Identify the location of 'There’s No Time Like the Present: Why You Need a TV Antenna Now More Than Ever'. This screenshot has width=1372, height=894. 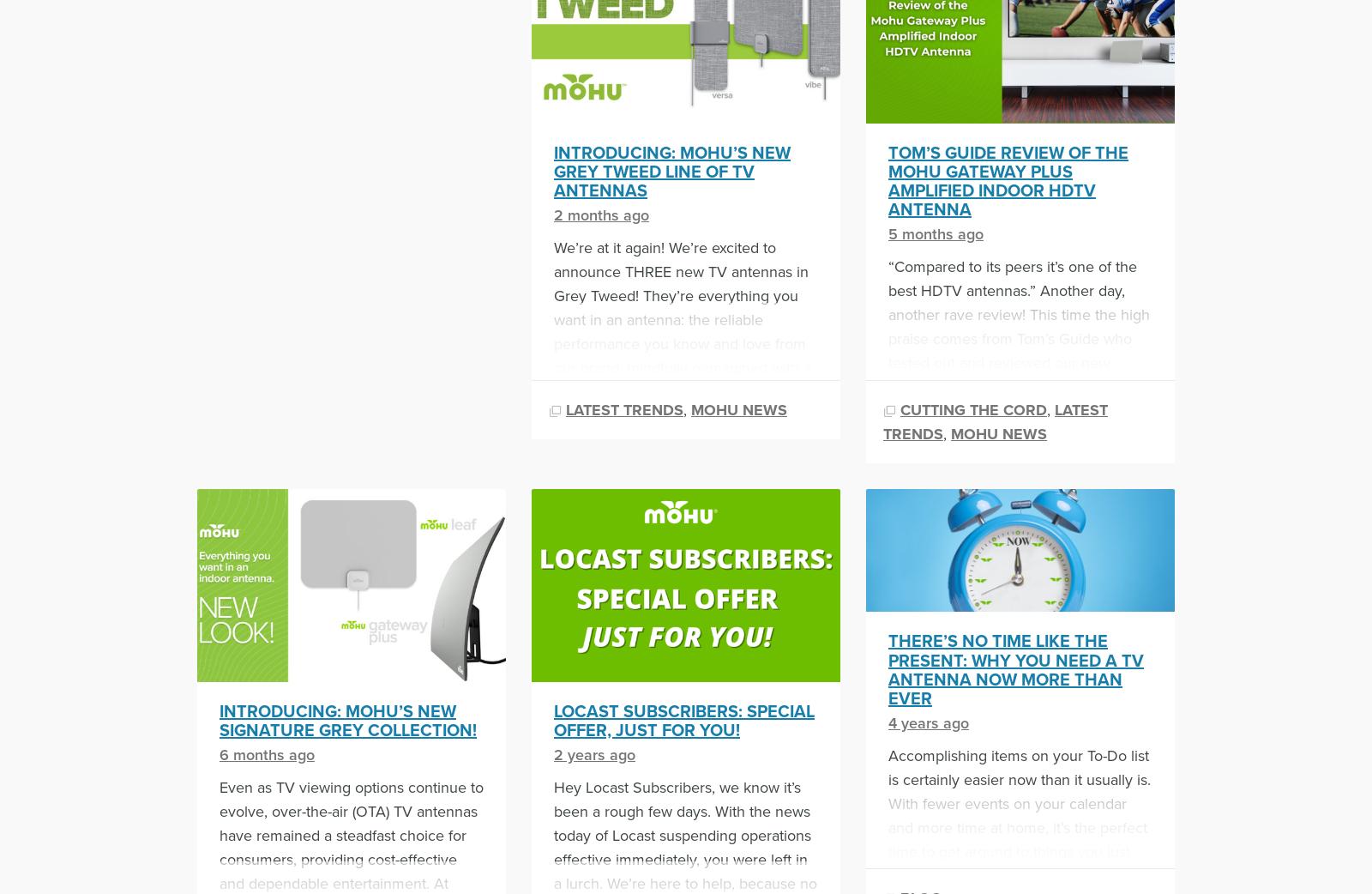
(888, 668).